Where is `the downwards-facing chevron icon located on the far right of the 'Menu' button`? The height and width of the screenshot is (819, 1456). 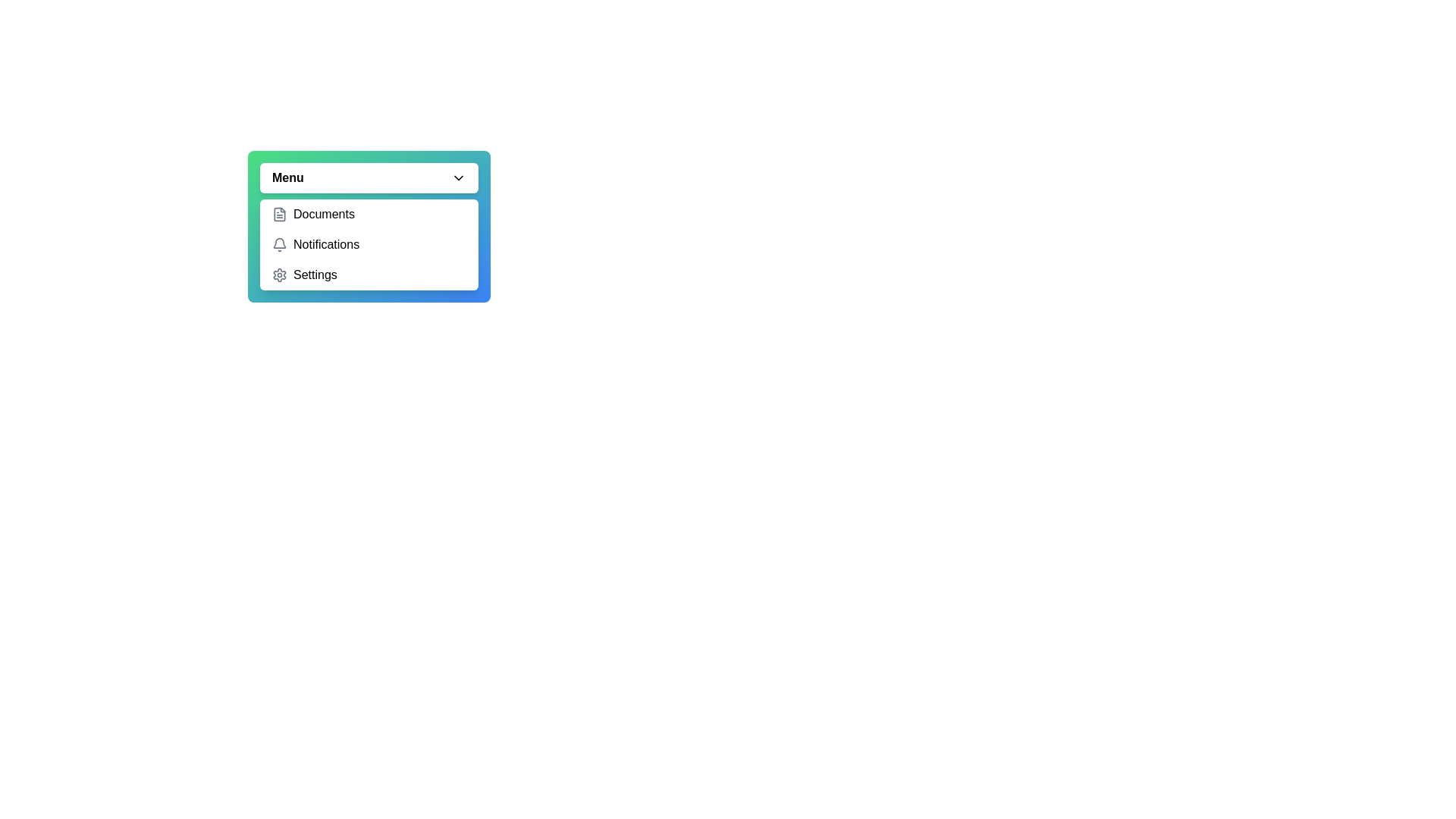 the downwards-facing chevron icon located on the far right of the 'Menu' button is located at coordinates (457, 177).